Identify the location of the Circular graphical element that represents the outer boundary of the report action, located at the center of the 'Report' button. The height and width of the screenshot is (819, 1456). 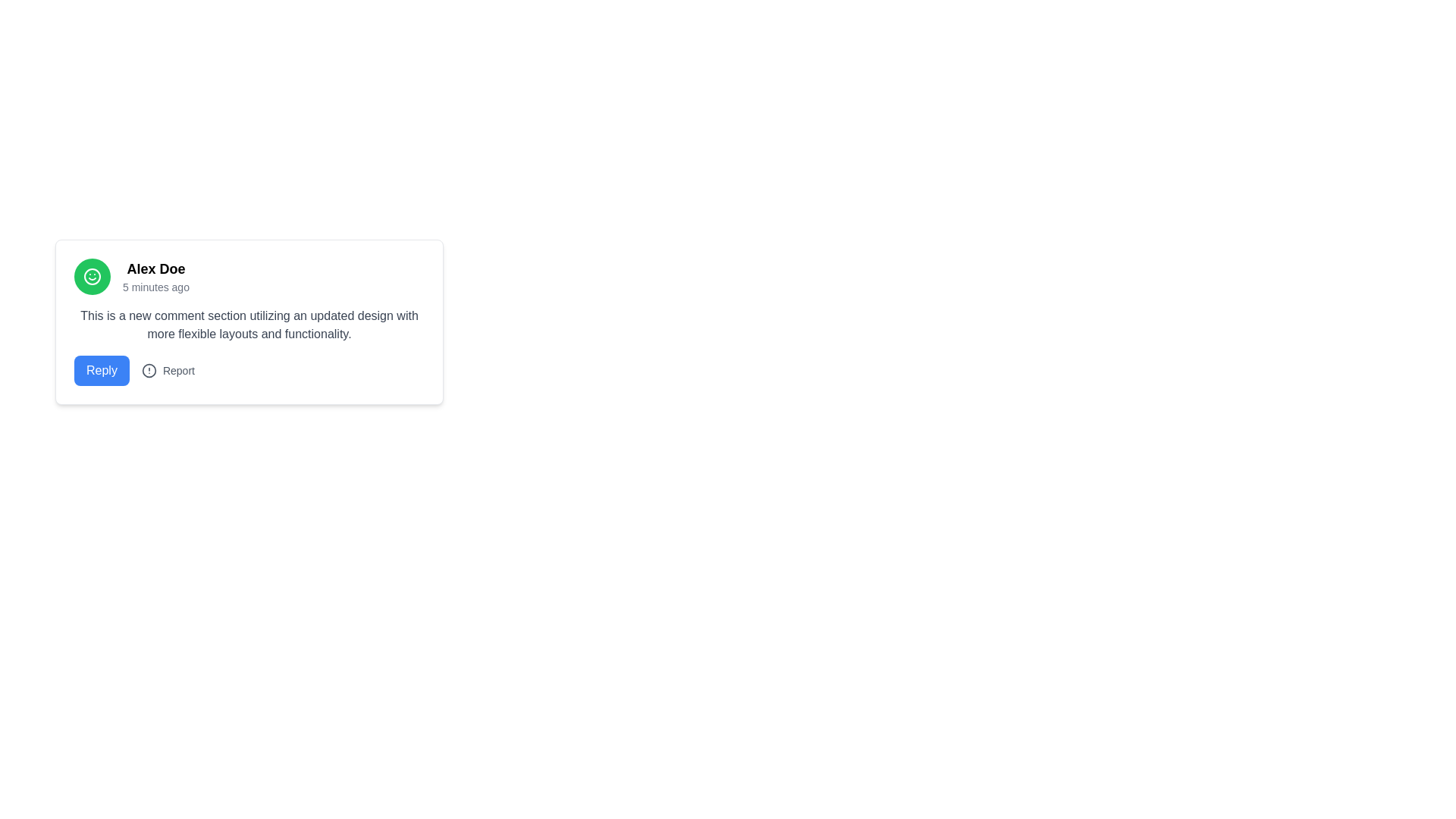
(149, 371).